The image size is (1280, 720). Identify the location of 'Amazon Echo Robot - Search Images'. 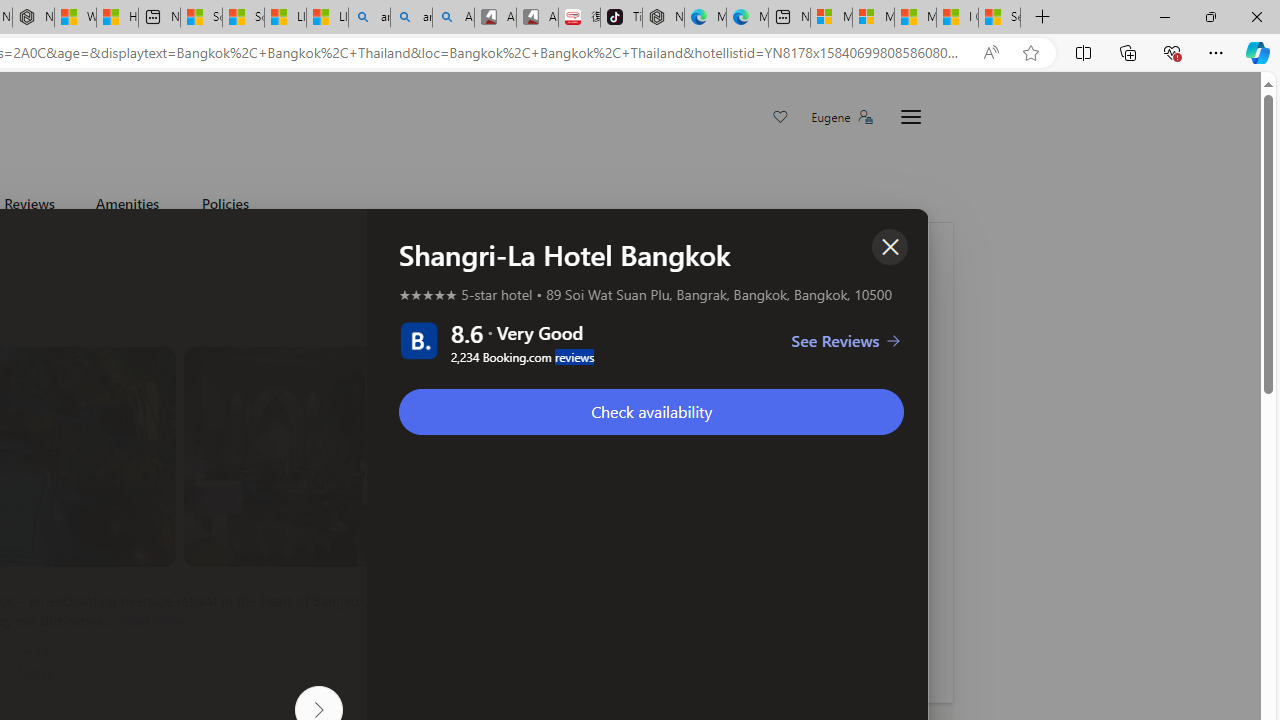
(452, 17).